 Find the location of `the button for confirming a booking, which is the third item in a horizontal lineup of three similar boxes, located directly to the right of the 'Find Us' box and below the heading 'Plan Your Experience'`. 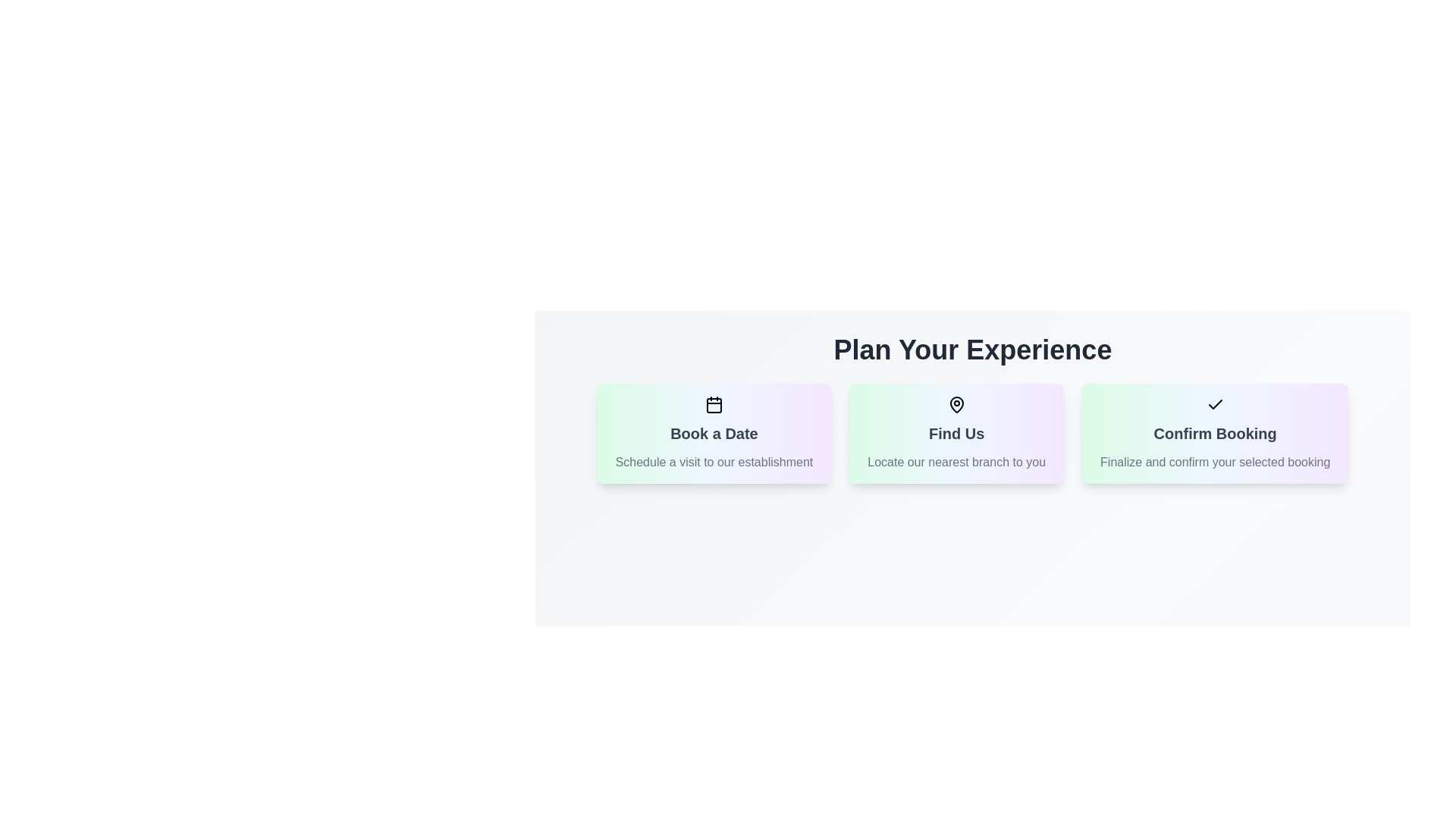

the button for confirming a booking, which is the third item in a horizontal lineup of three similar boxes, located directly to the right of the 'Find Us' box and below the heading 'Plan Your Experience' is located at coordinates (1215, 433).